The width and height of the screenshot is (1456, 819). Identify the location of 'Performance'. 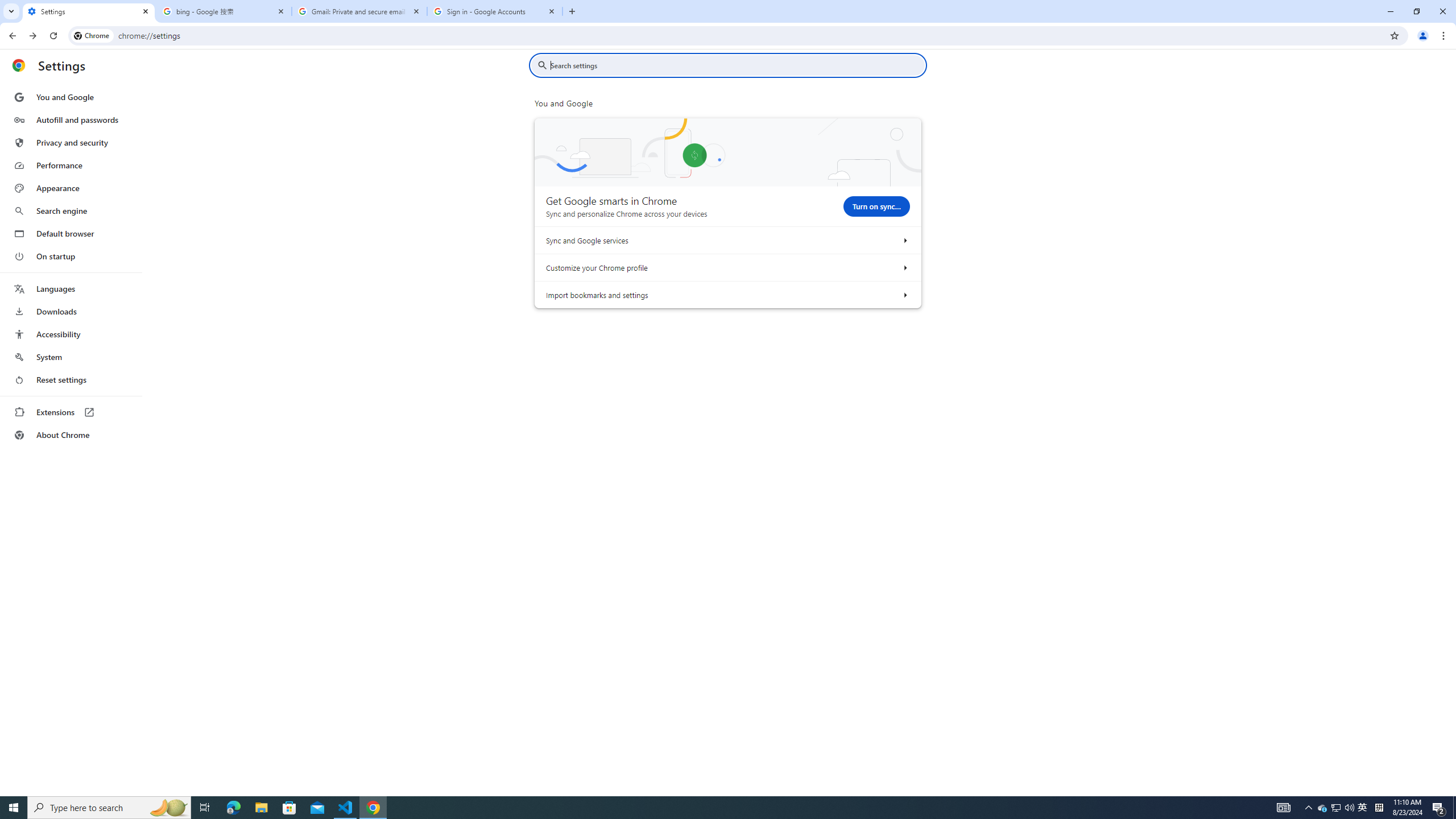
(70, 165).